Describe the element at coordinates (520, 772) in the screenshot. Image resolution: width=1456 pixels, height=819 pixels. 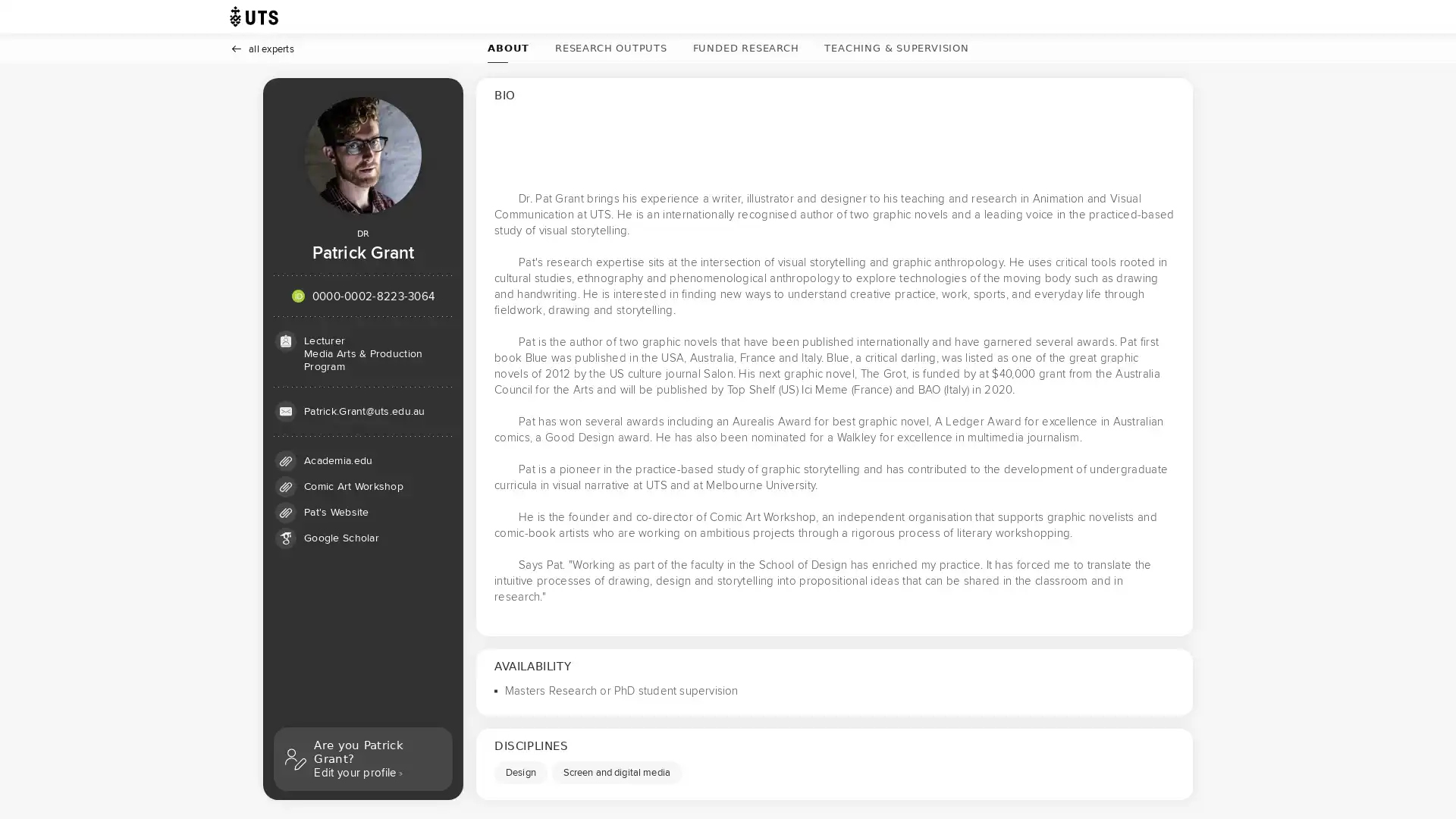
I see `Design Click to search for profiles with this tag.` at that location.